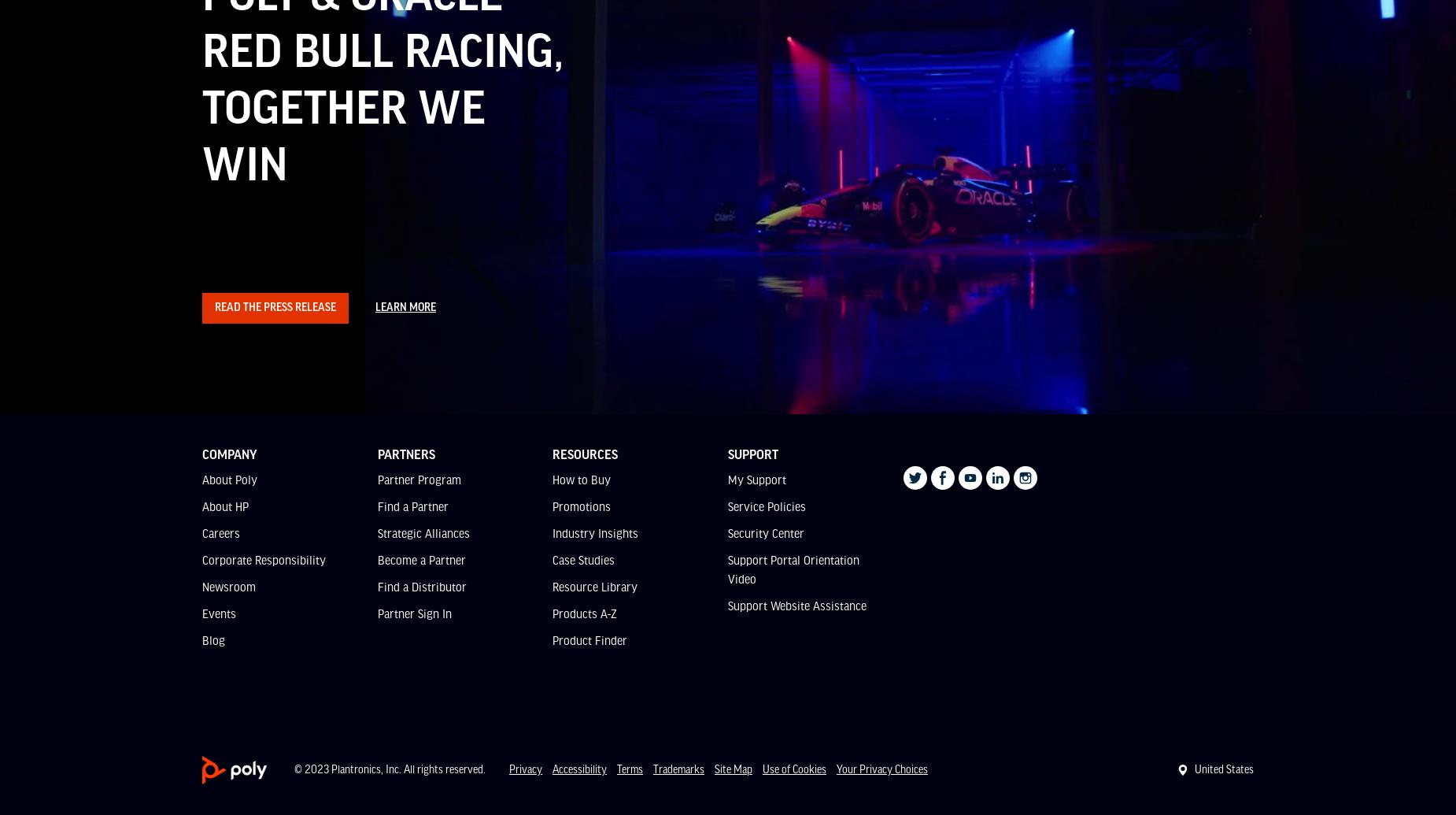  Describe the element at coordinates (583, 559) in the screenshot. I see `'Case Studies'` at that location.